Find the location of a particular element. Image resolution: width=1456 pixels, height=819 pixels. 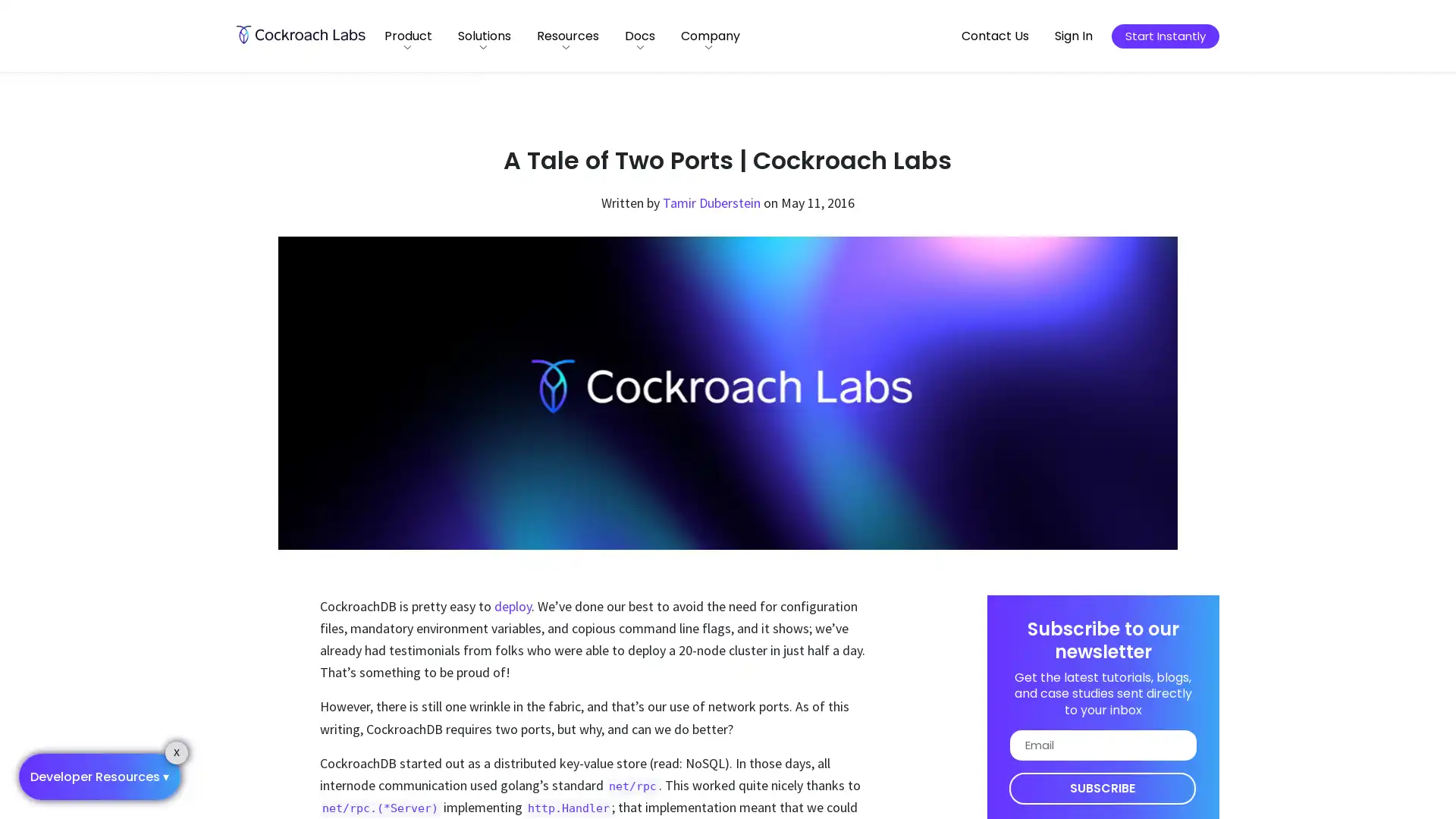

SUBSCRIBE is located at coordinates (1102, 786).